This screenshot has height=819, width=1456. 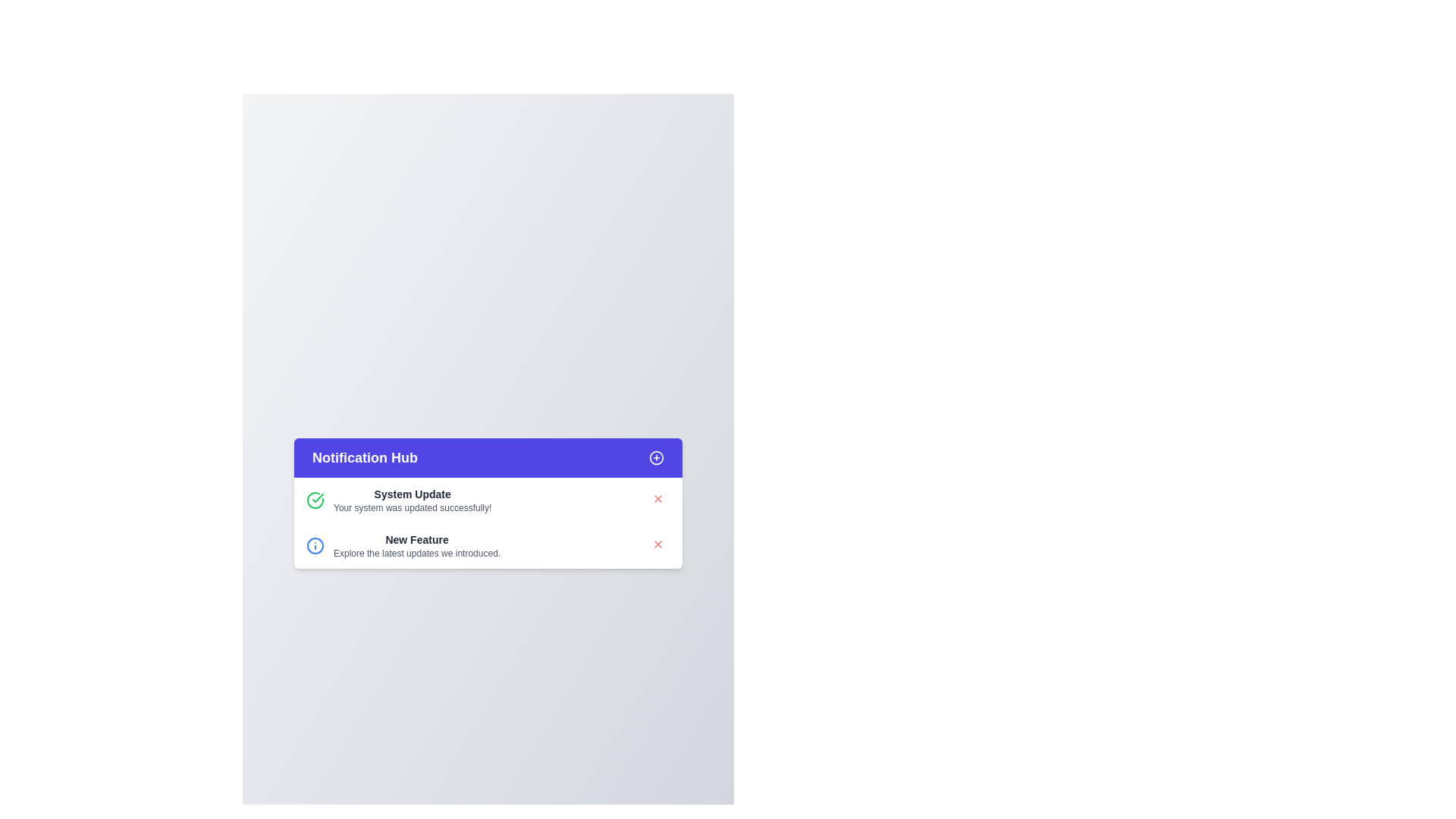 I want to click on checkmark icon inside the circular badge located at the top-left corner of the first notification item in the 'Notification Hub' section, so click(x=317, y=497).